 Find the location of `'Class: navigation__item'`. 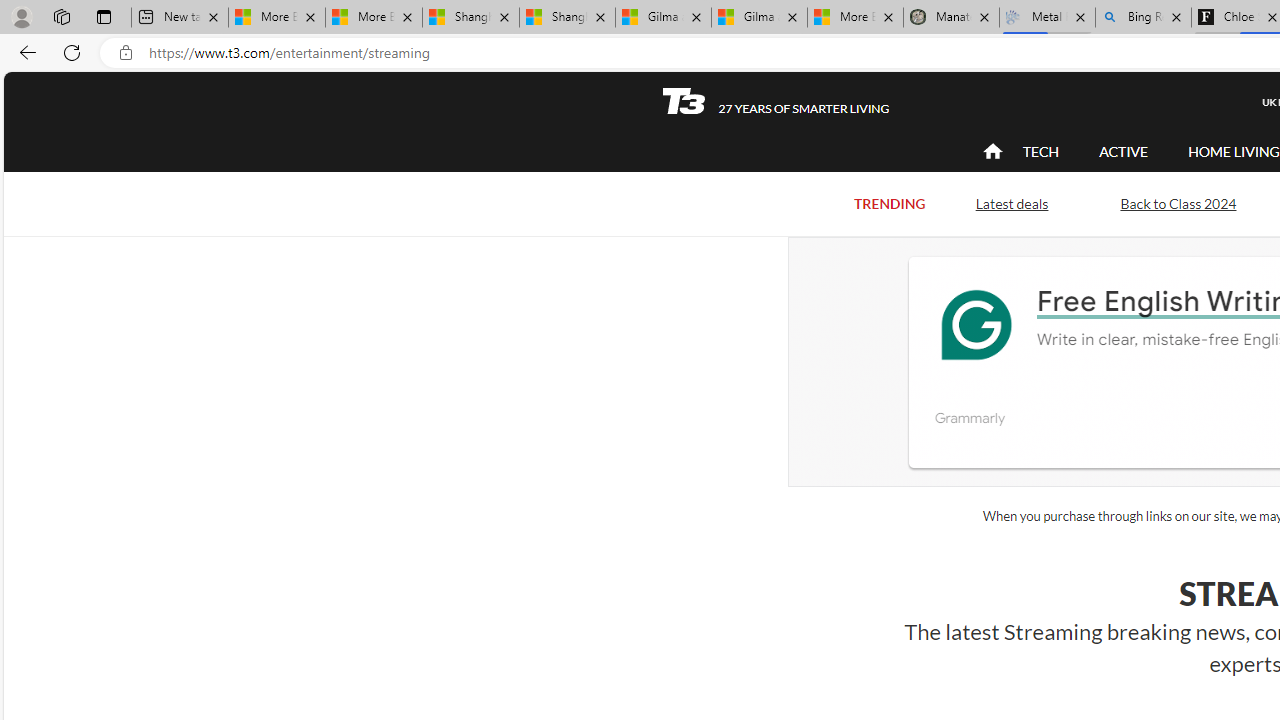

'Class: navigation__item' is located at coordinates (990, 150).